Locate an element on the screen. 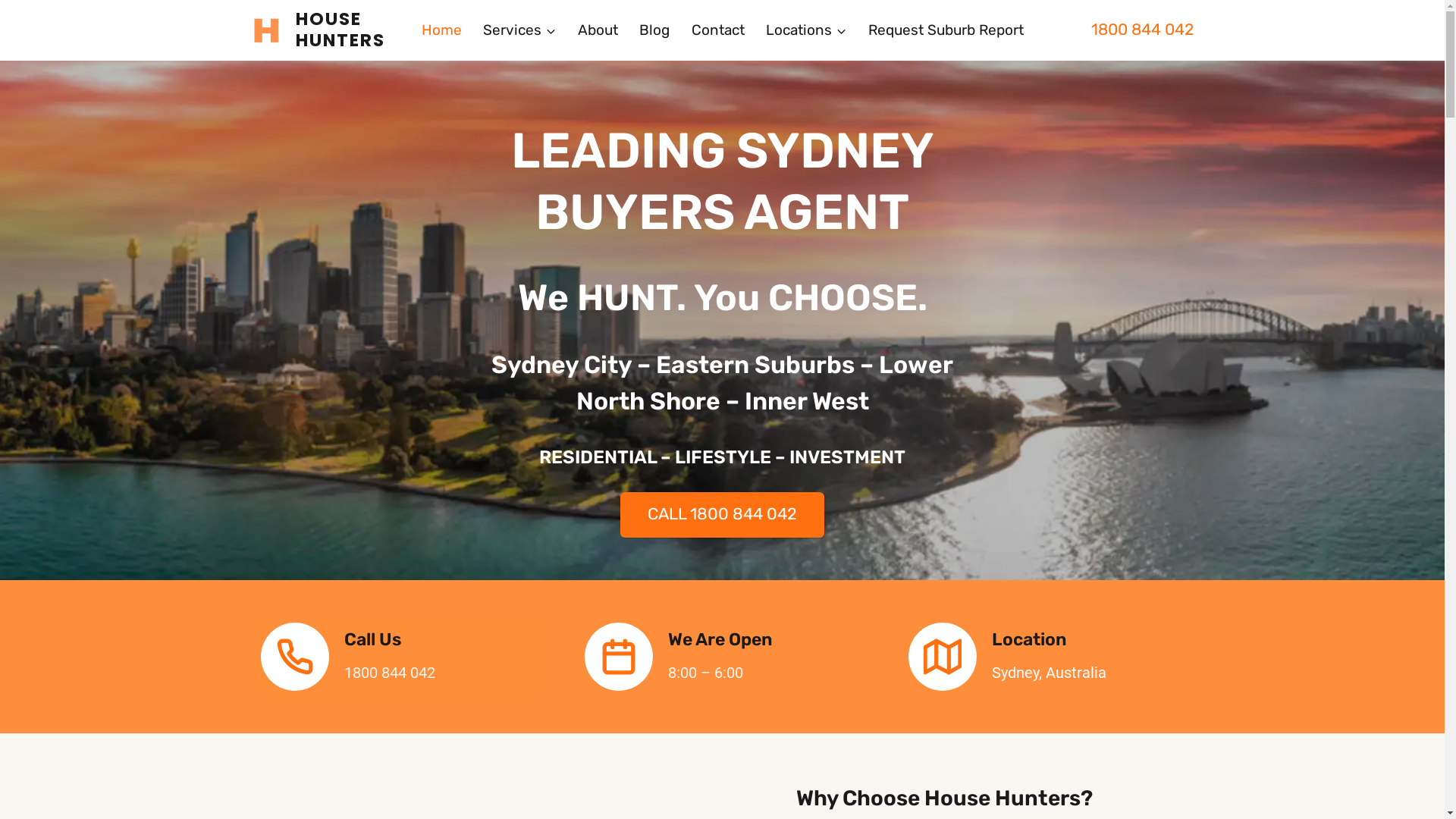 Image resolution: width=1456 pixels, height=819 pixels. 'Services' is located at coordinates (519, 30).